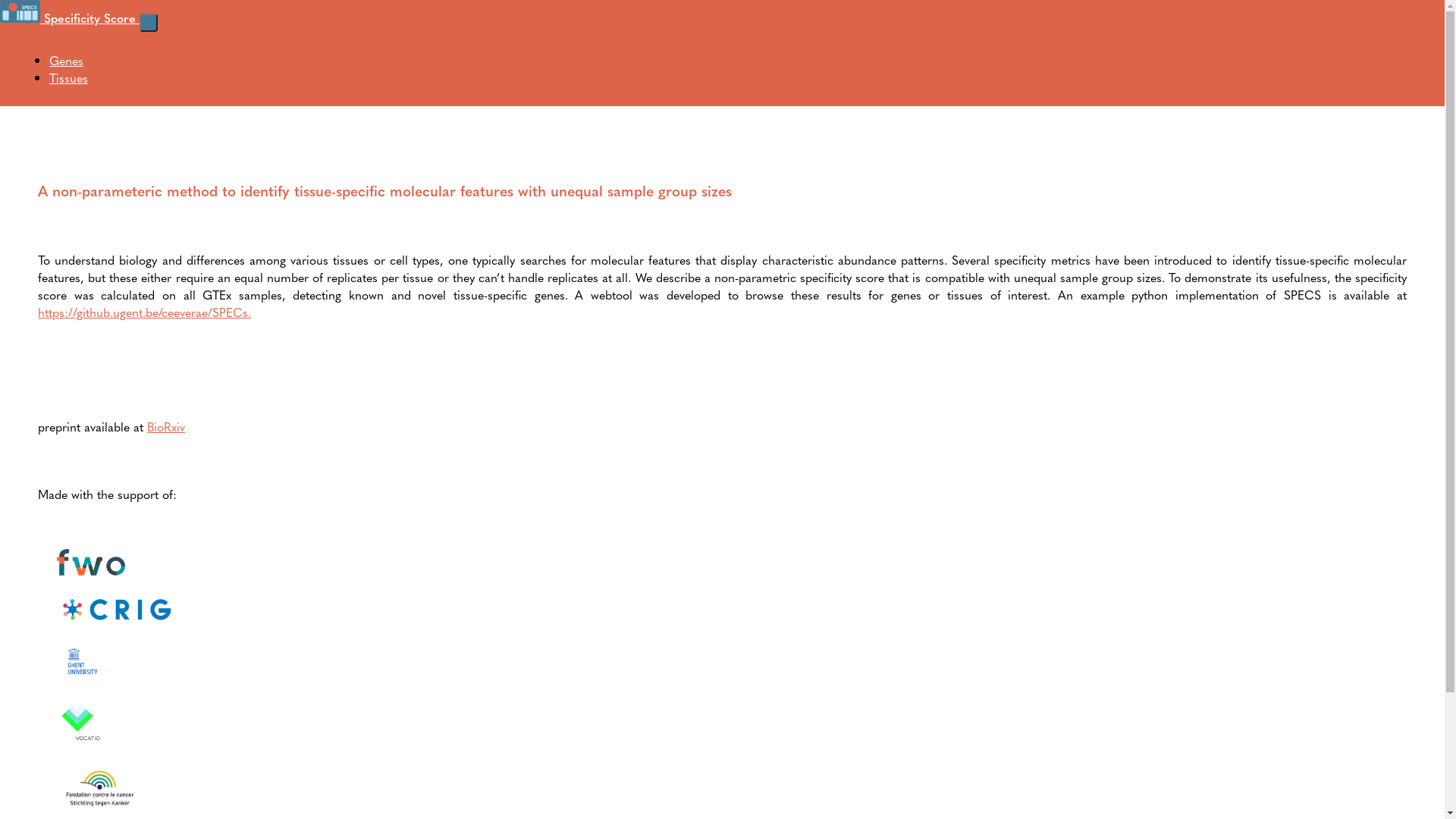 Image resolution: width=1456 pixels, height=819 pixels. What do you see at coordinates (67, 77) in the screenshot?
I see `'Tissues'` at bounding box center [67, 77].